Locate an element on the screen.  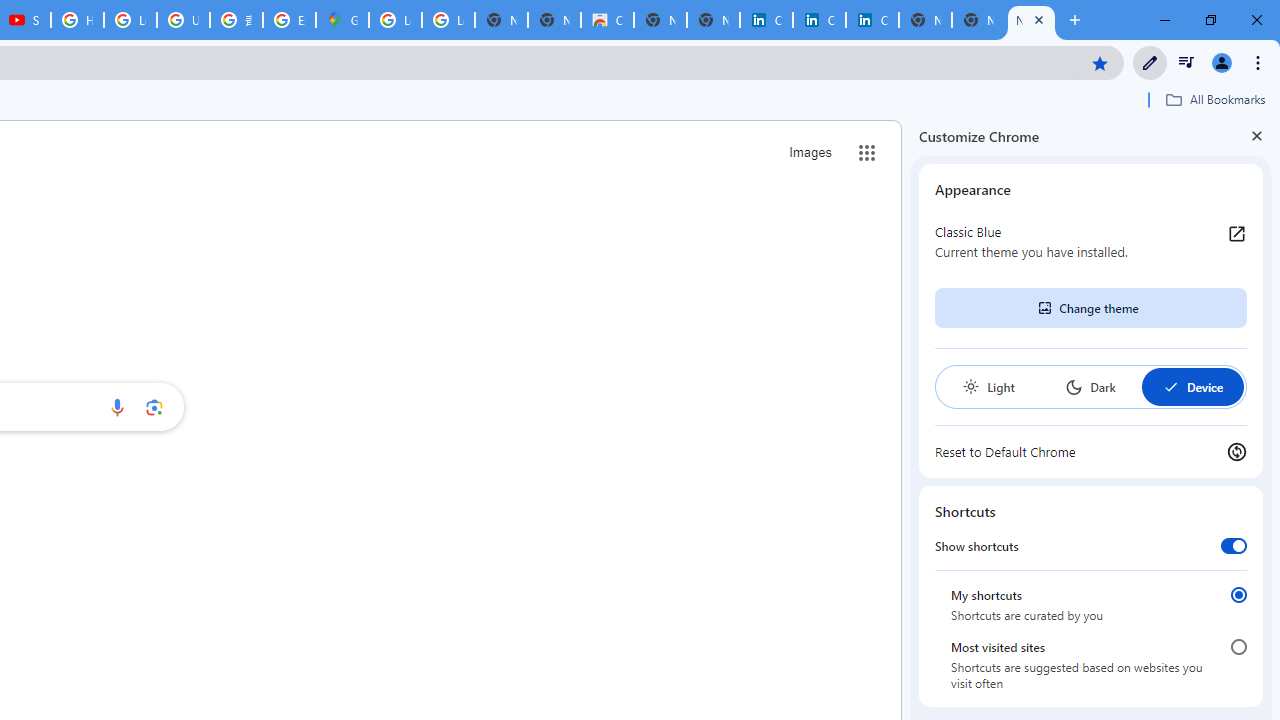
'New Tab' is located at coordinates (1031, 20).